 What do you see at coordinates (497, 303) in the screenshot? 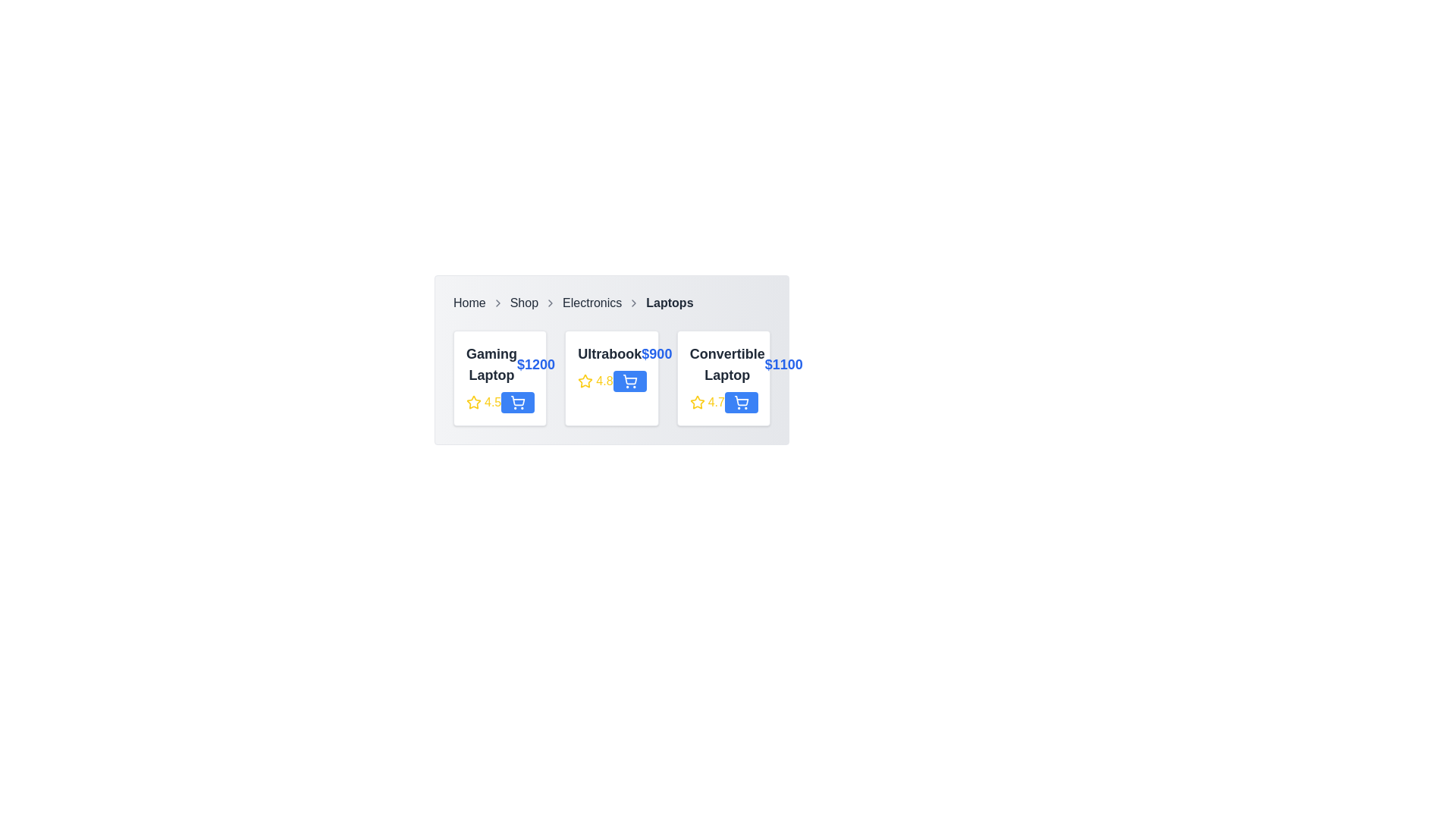
I see `the second chevron icon in the breadcrumb navigation, which separates the 'Home' and 'Shop' links` at bounding box center [497, 303].